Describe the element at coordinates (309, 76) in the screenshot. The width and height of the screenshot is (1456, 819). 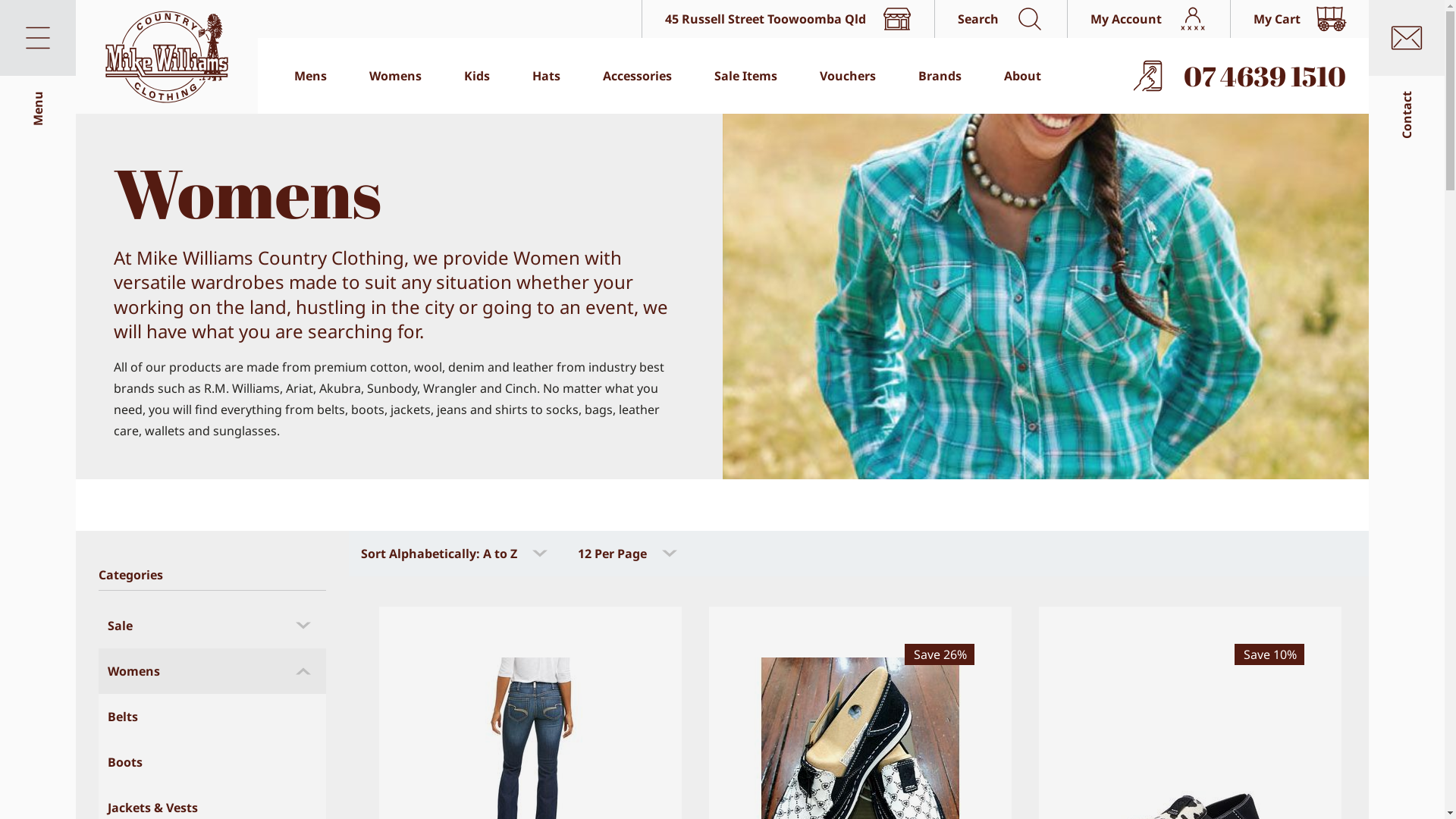
I see `'Mens'` at that location.